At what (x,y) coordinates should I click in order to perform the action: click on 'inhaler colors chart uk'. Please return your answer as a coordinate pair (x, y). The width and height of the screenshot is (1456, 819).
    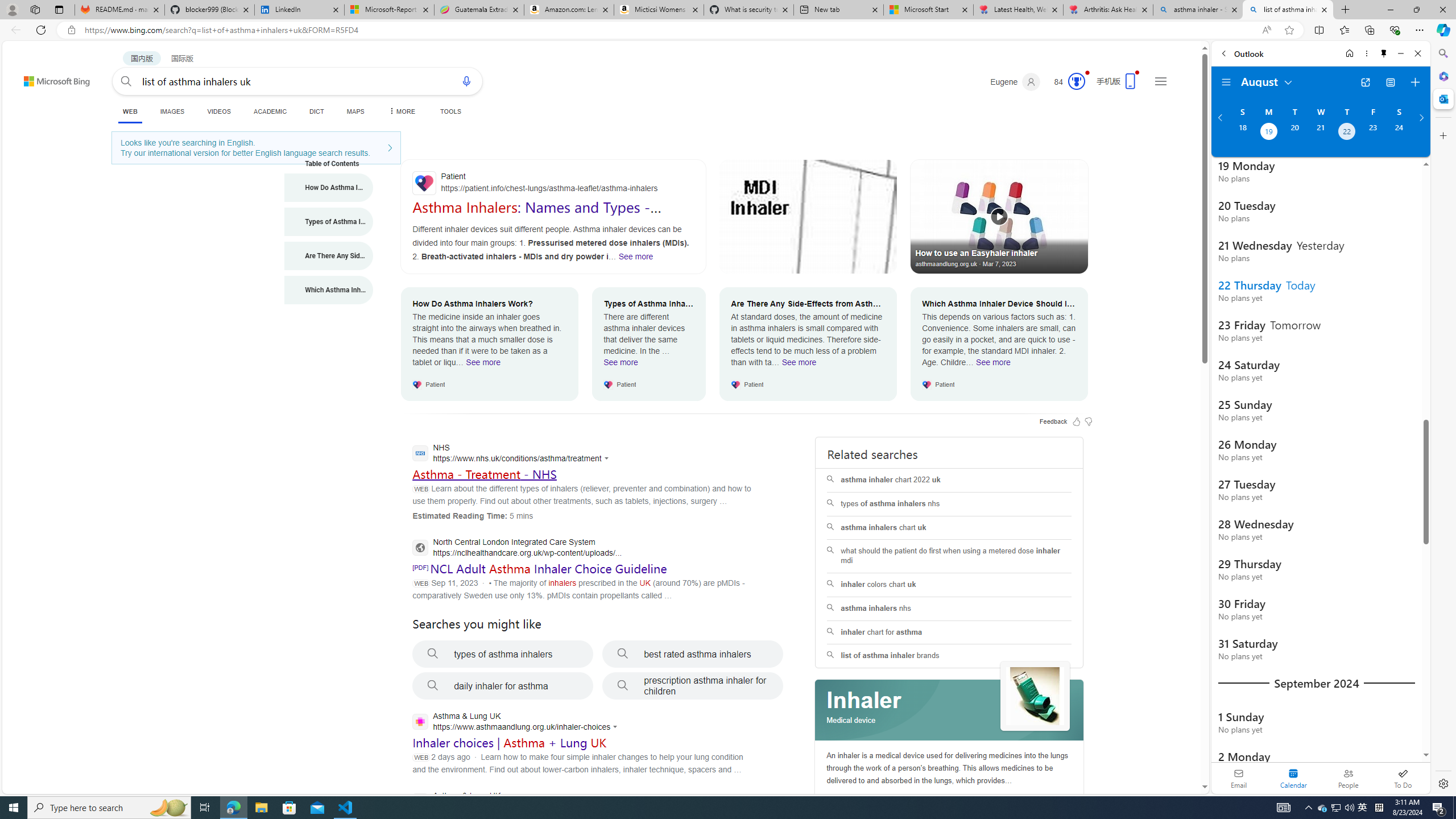
    Looking at the image, I should click on (949, 584).